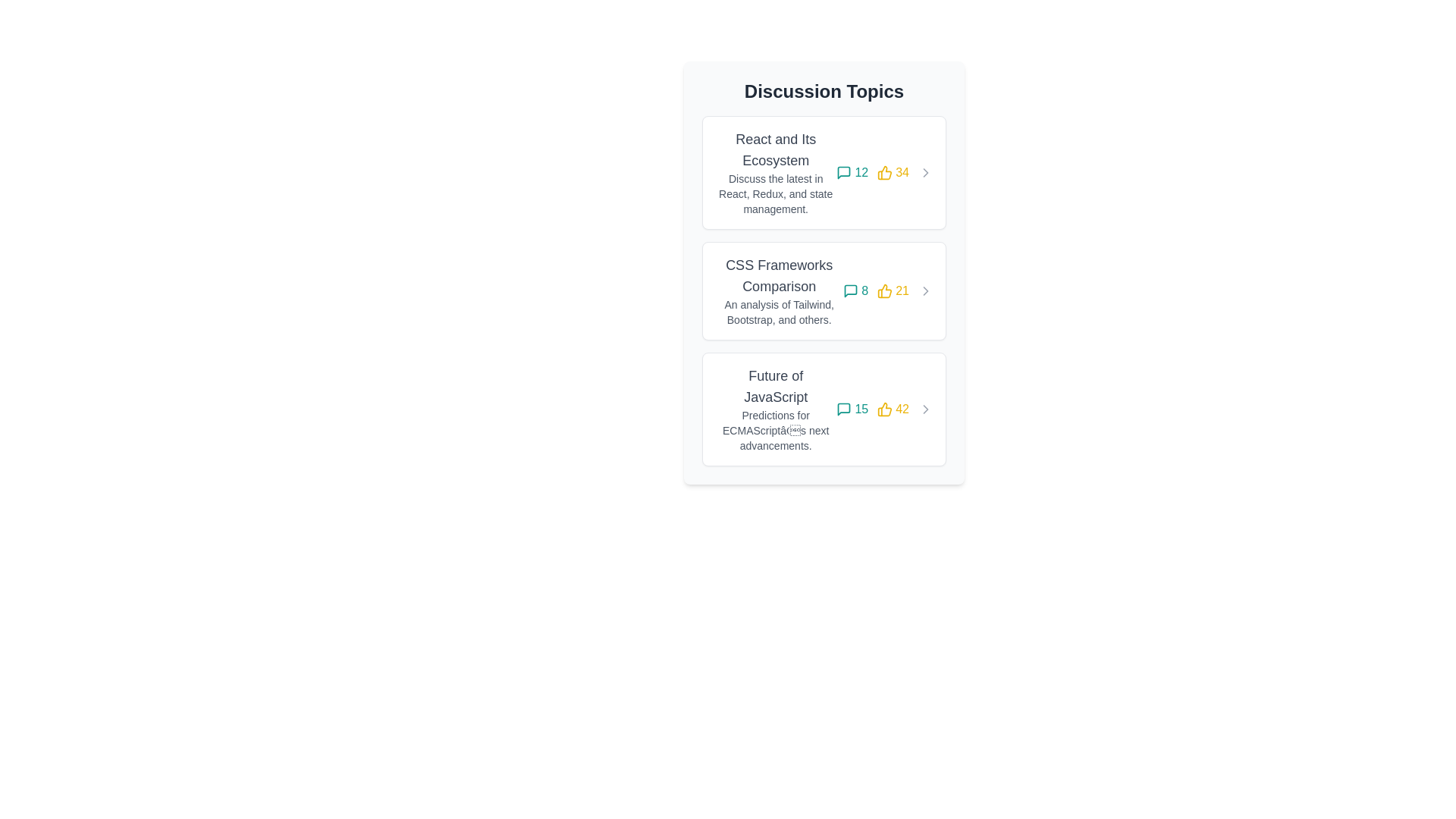 The width and height of the screenshot is (1456, 819). I want to click on the chevron-shaped arrow icon pointing towards the right, located in the 'CSS Frameworks Comparison' section, adjacent to the numerical '21', so click(924, 291).